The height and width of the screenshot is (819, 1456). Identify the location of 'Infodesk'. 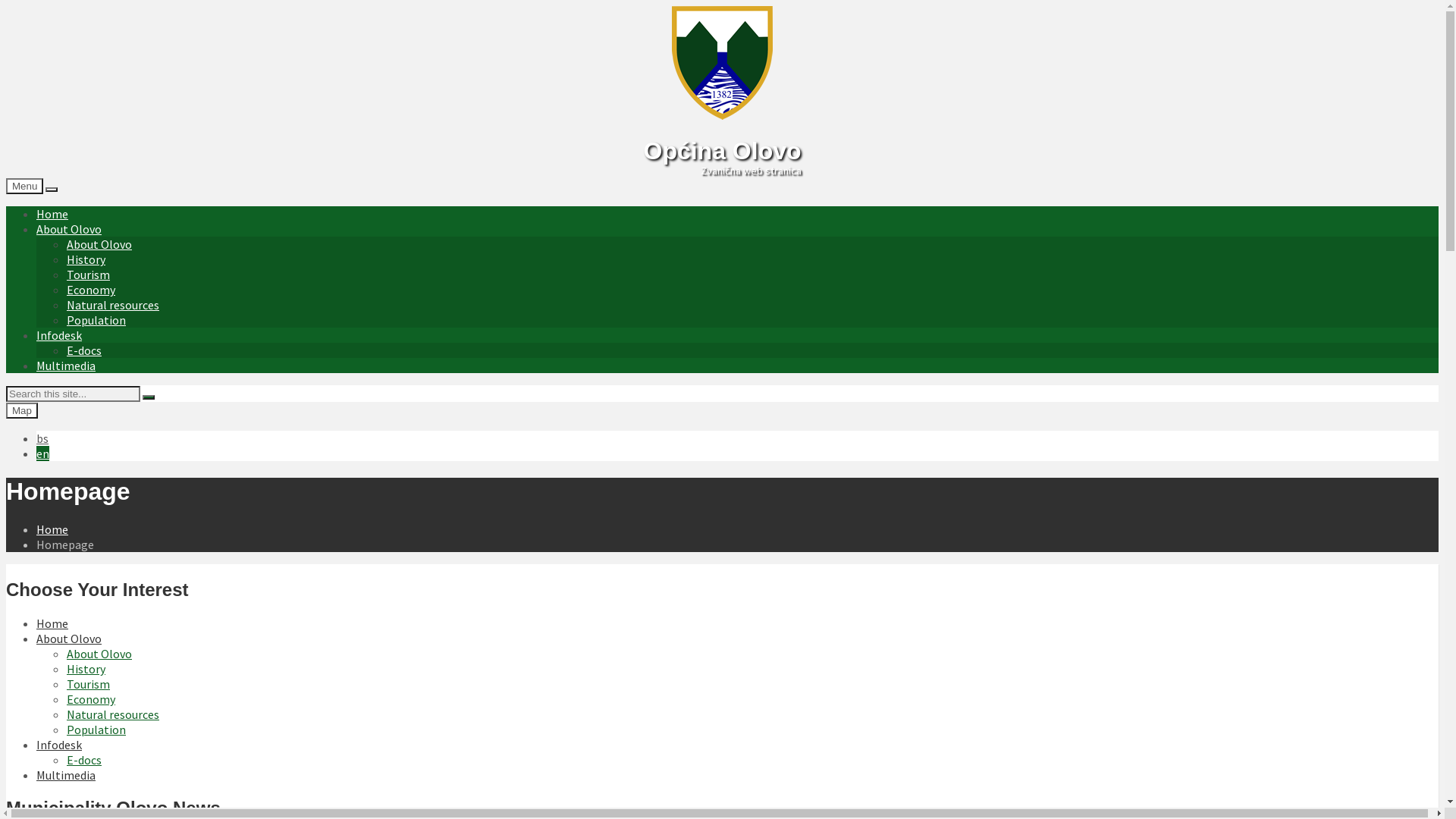
(58, 744).